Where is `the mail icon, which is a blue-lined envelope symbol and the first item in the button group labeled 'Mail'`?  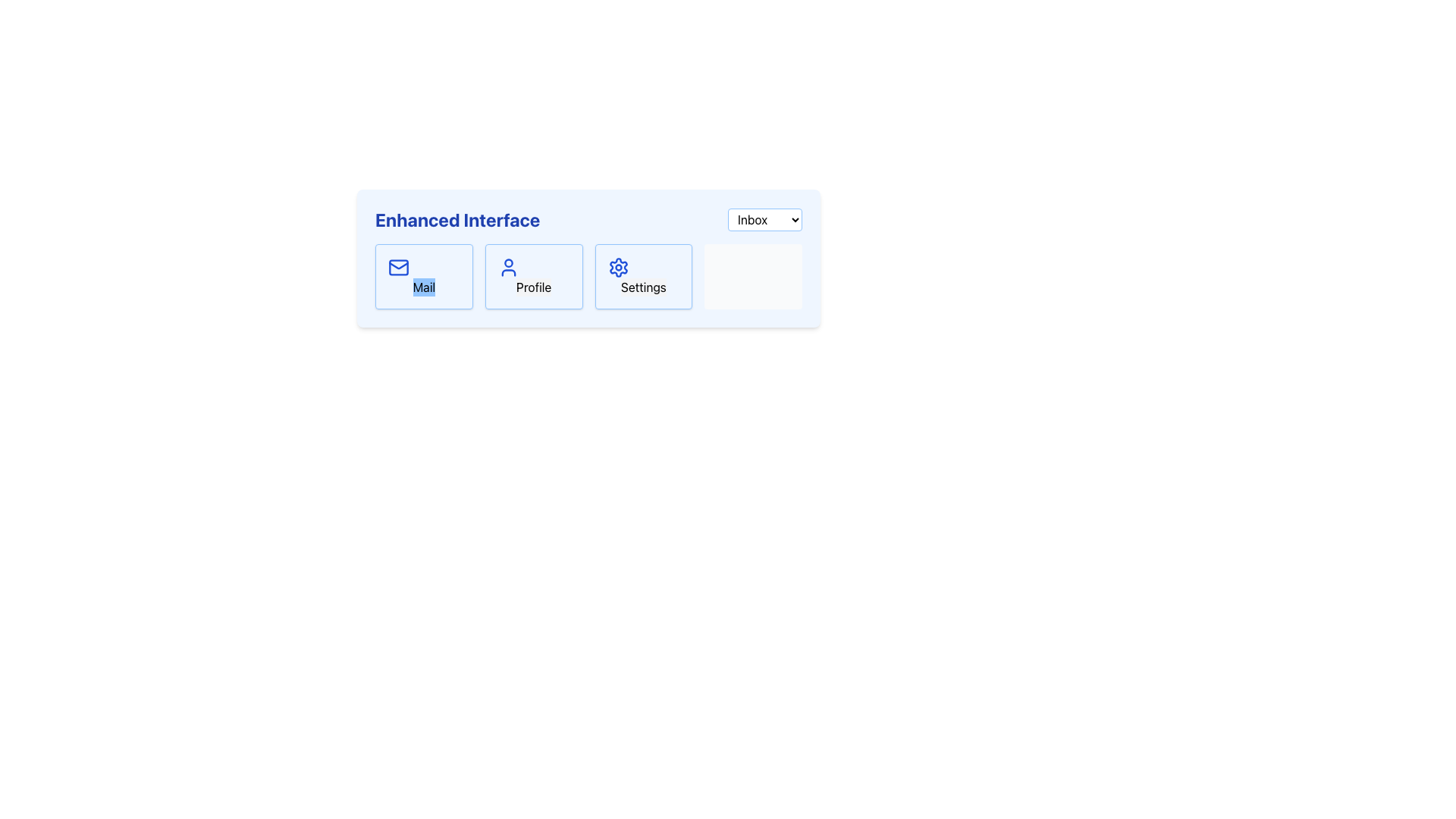 the mail icon, which is a blue-lined envelope symbol and the first item in the button group labeled 'Mail' is located at coordinates (399, 267).